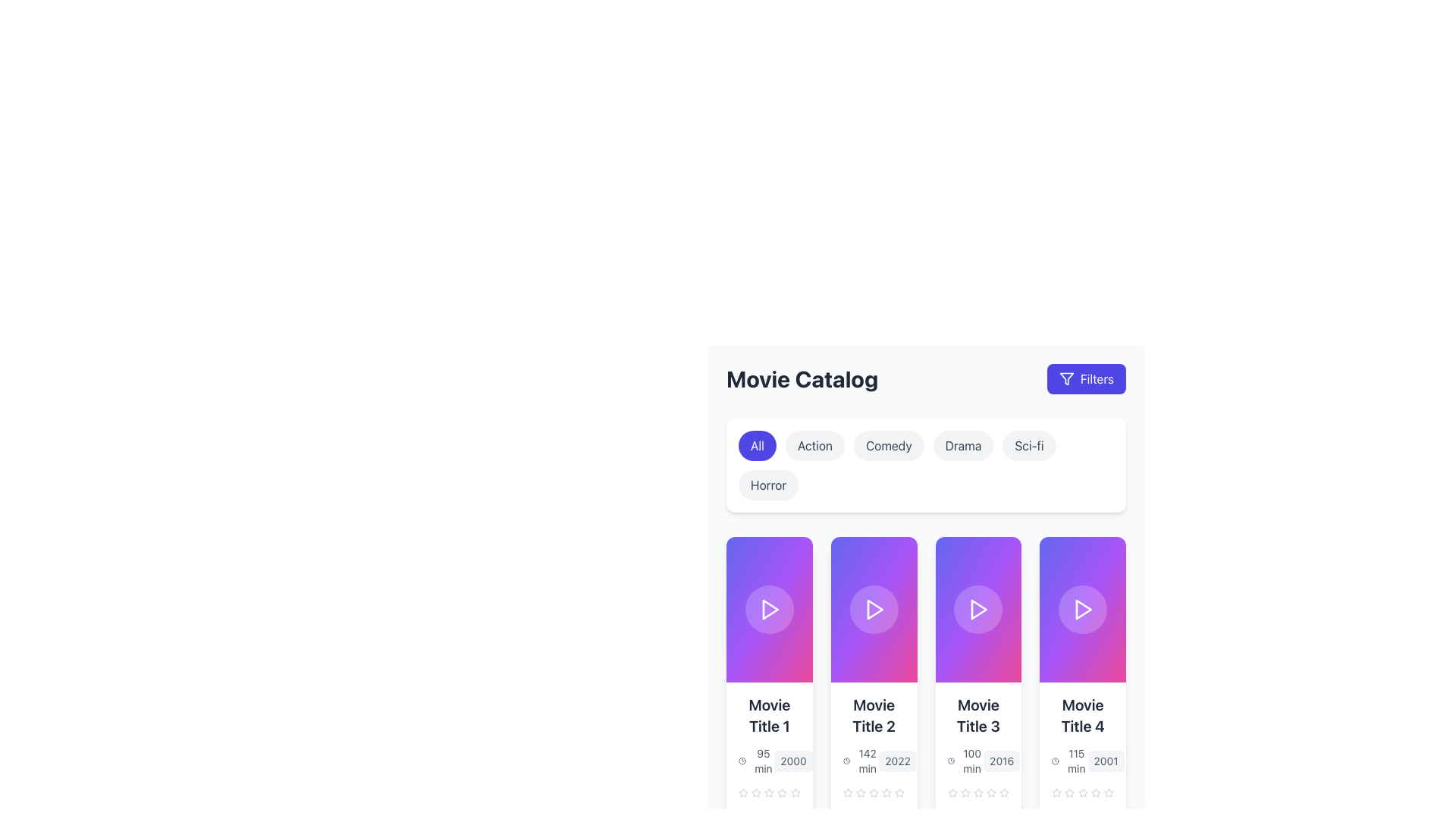 This screenshot has width=1456, height=819. What do you see at coordinates (769, 716) in the screenshot?
I see `the title text label for the first movie card, which is located directly beneath the thumbnail image in the grid layout` at bounding box center [769, 716].